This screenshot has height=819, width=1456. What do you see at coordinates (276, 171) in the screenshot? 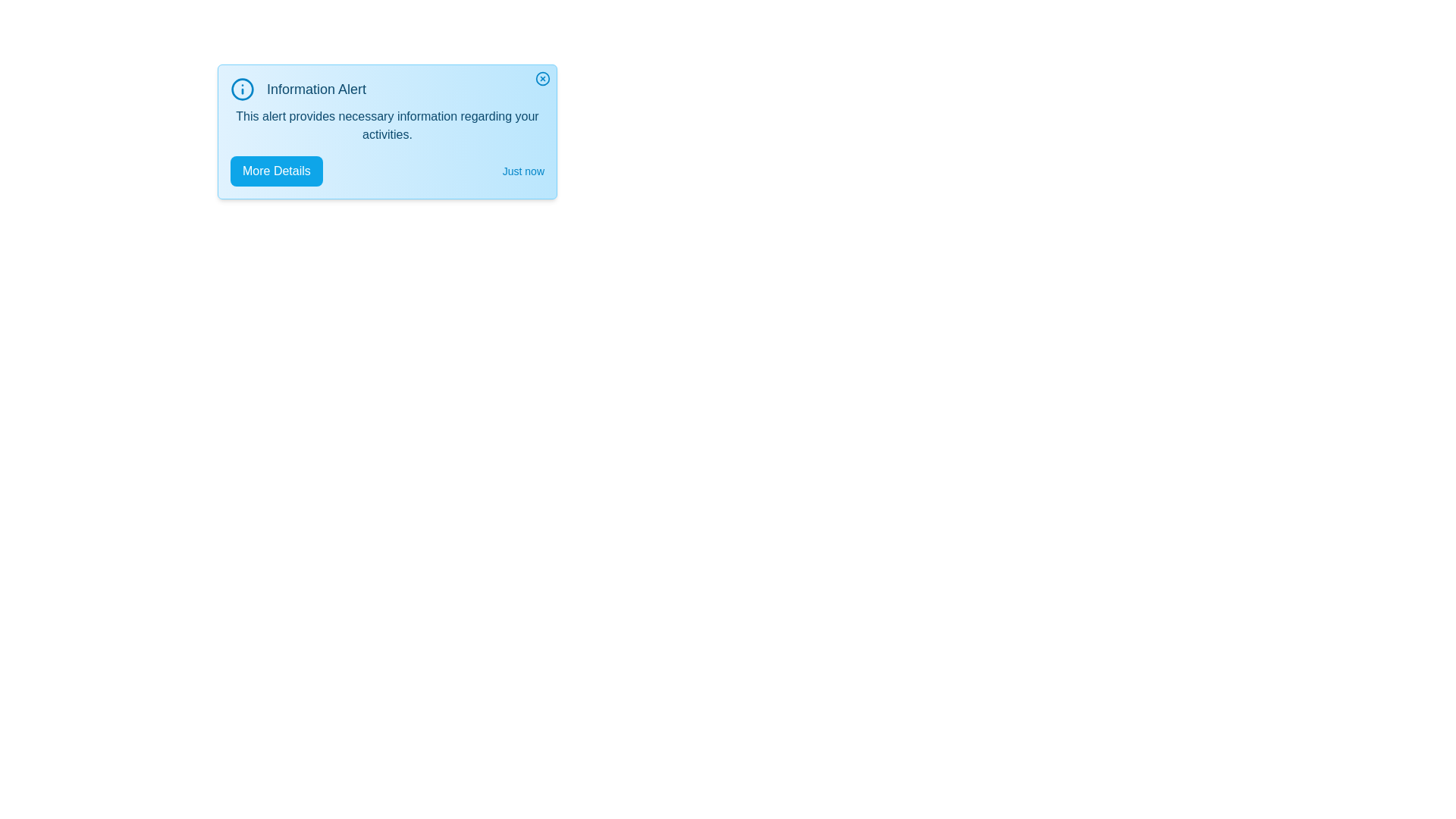
I see `the 'More Details' button to toggle detailed information` at bounding box center [276, 171].